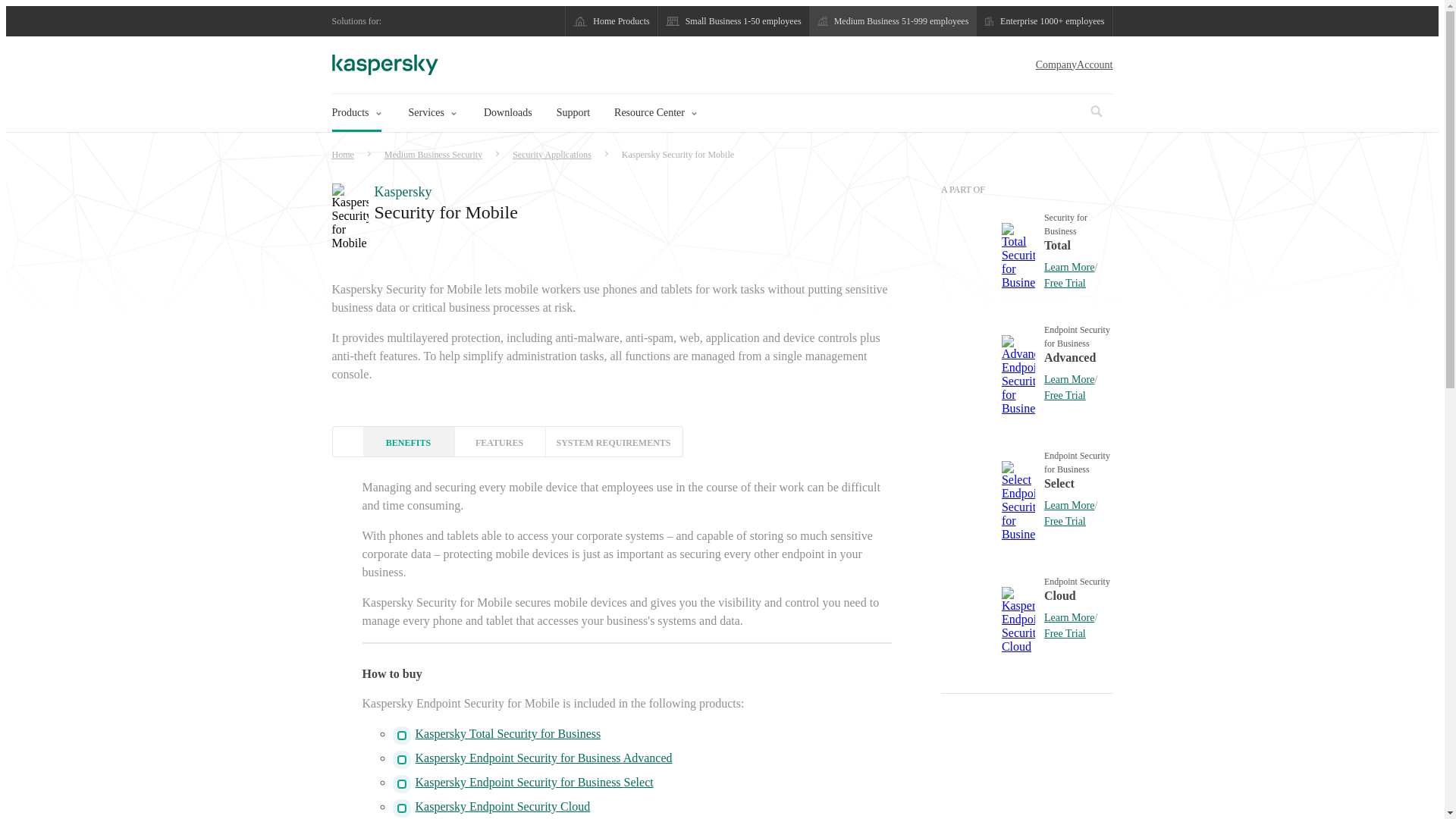 The image size is (1456, 819). What do you see at coordinates (432, 154) in the screenshot?
I see `'Medium Business Security'` at bounding box center [432, 154].